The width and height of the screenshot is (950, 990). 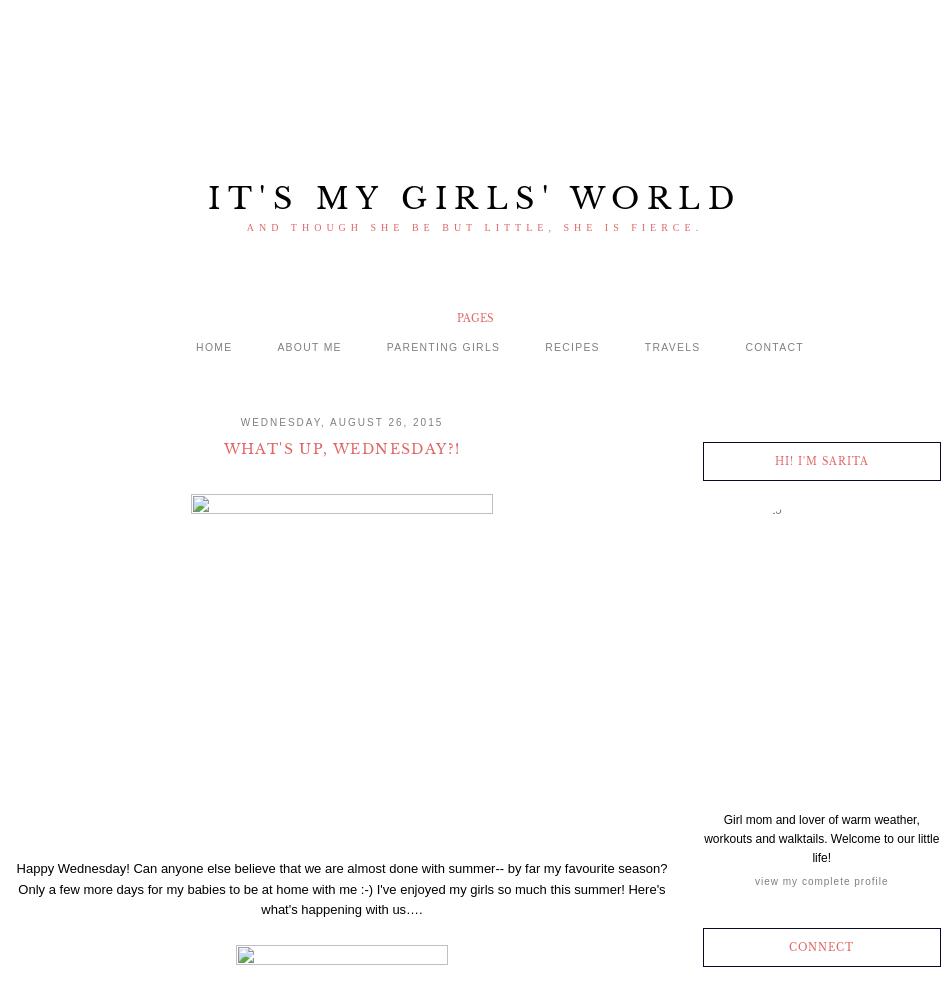 What do you see at coordinates (820, 881) in the screenshot?
I see `'View my complete profile'` at bounding box center [820, 881].